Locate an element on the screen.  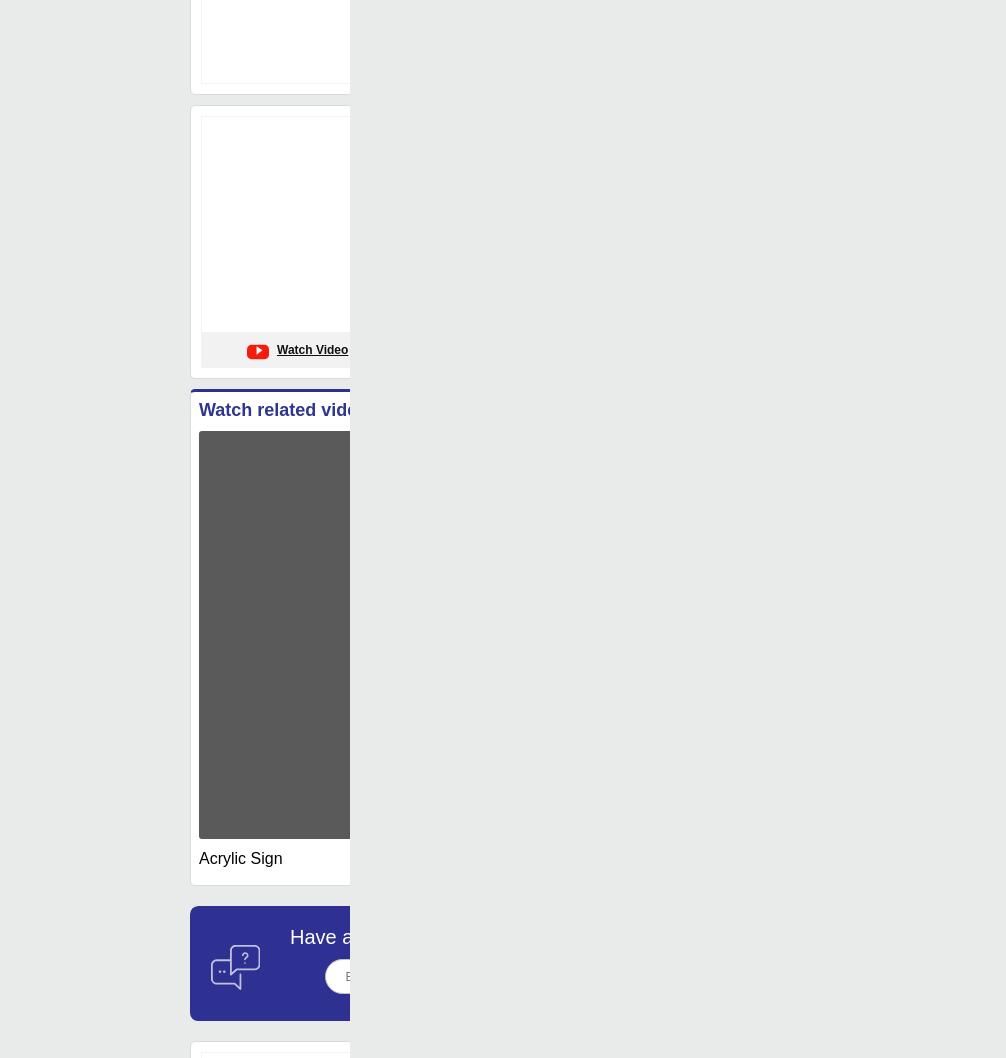
':  Aluminium' is located at coordinates (523, 378).